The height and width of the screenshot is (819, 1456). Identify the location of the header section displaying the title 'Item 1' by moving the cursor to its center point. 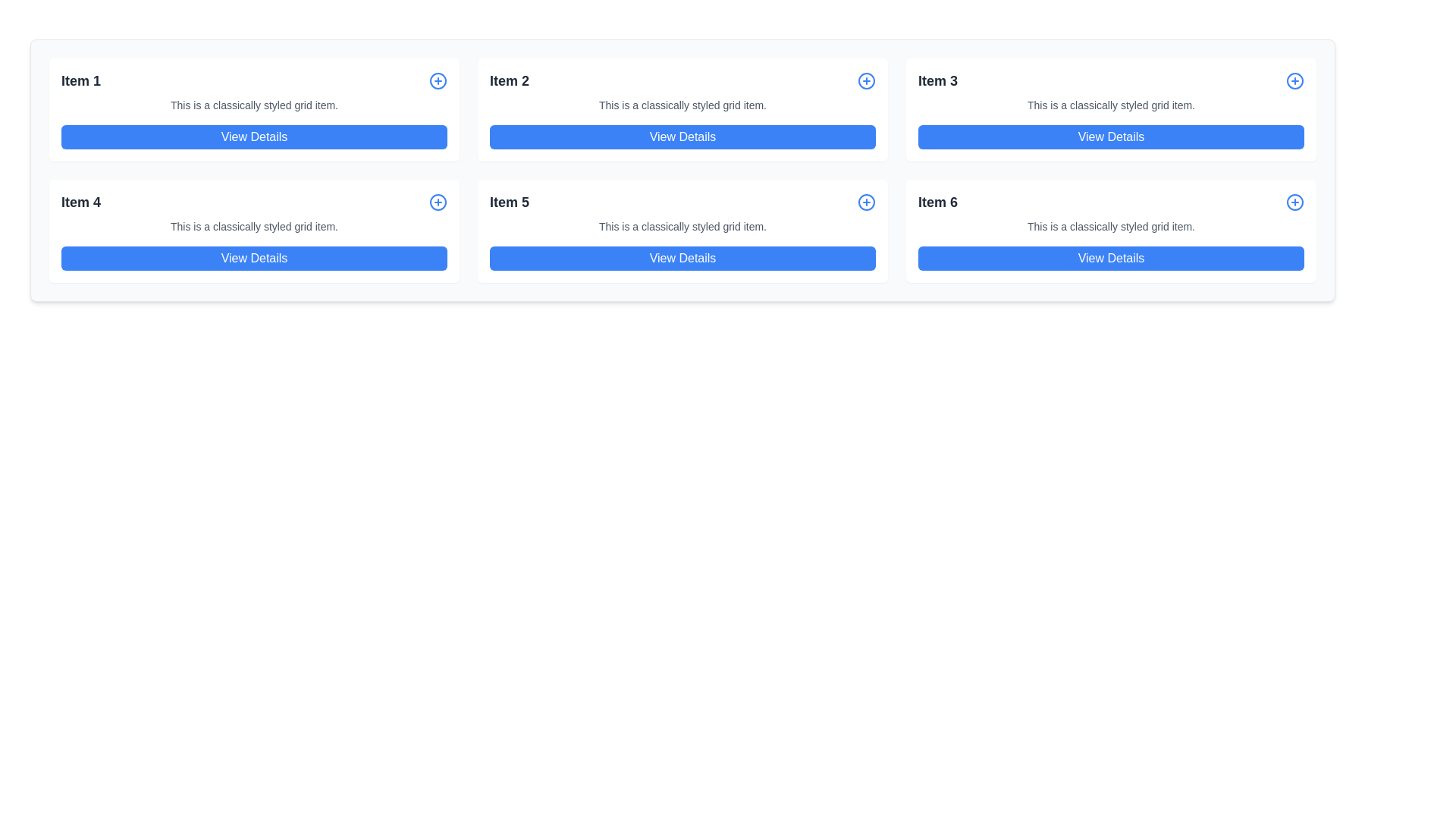
(254, 81).